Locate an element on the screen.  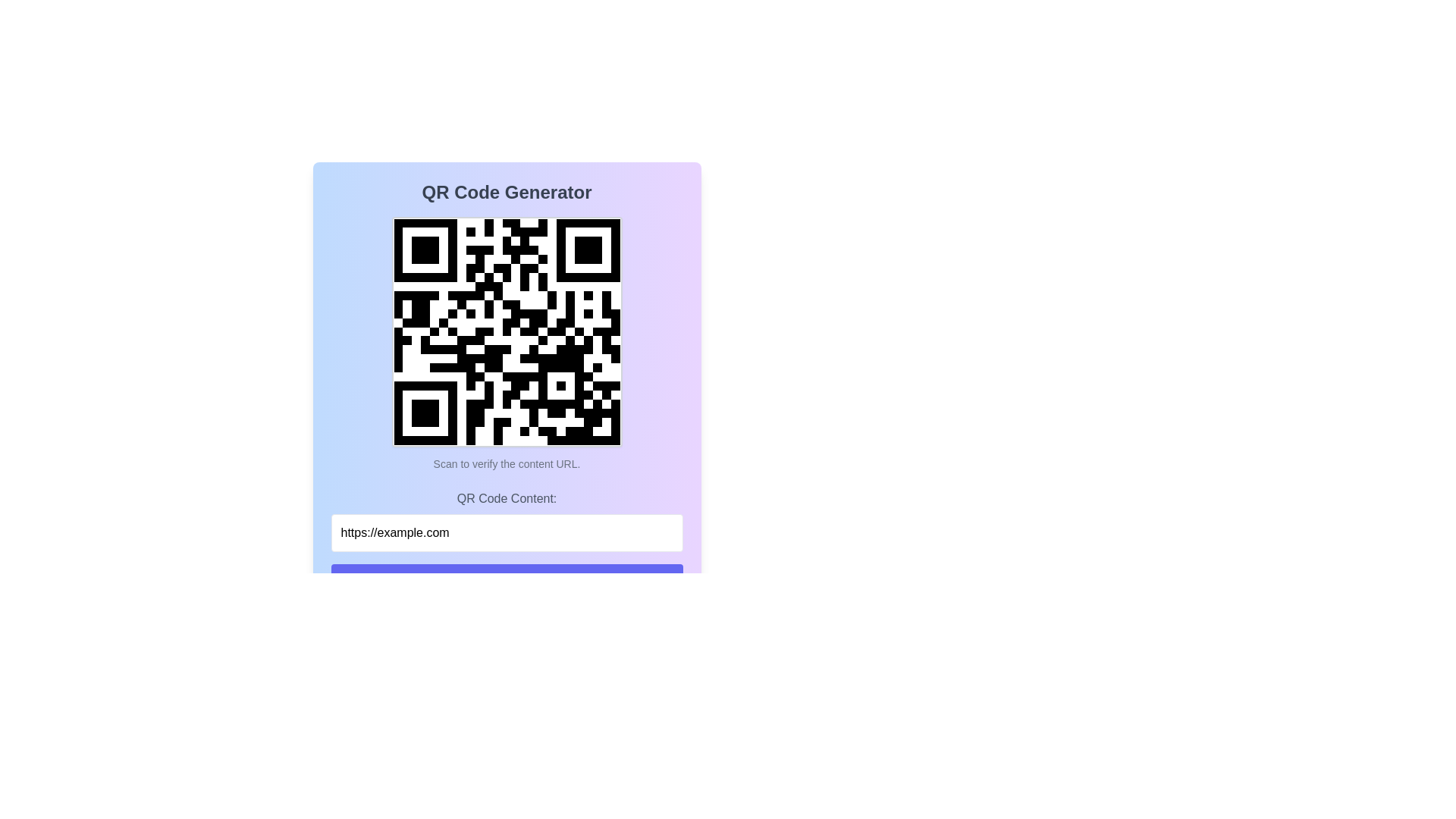
the text input field located below the QR code image and its label is located at coordinates (507, 519).